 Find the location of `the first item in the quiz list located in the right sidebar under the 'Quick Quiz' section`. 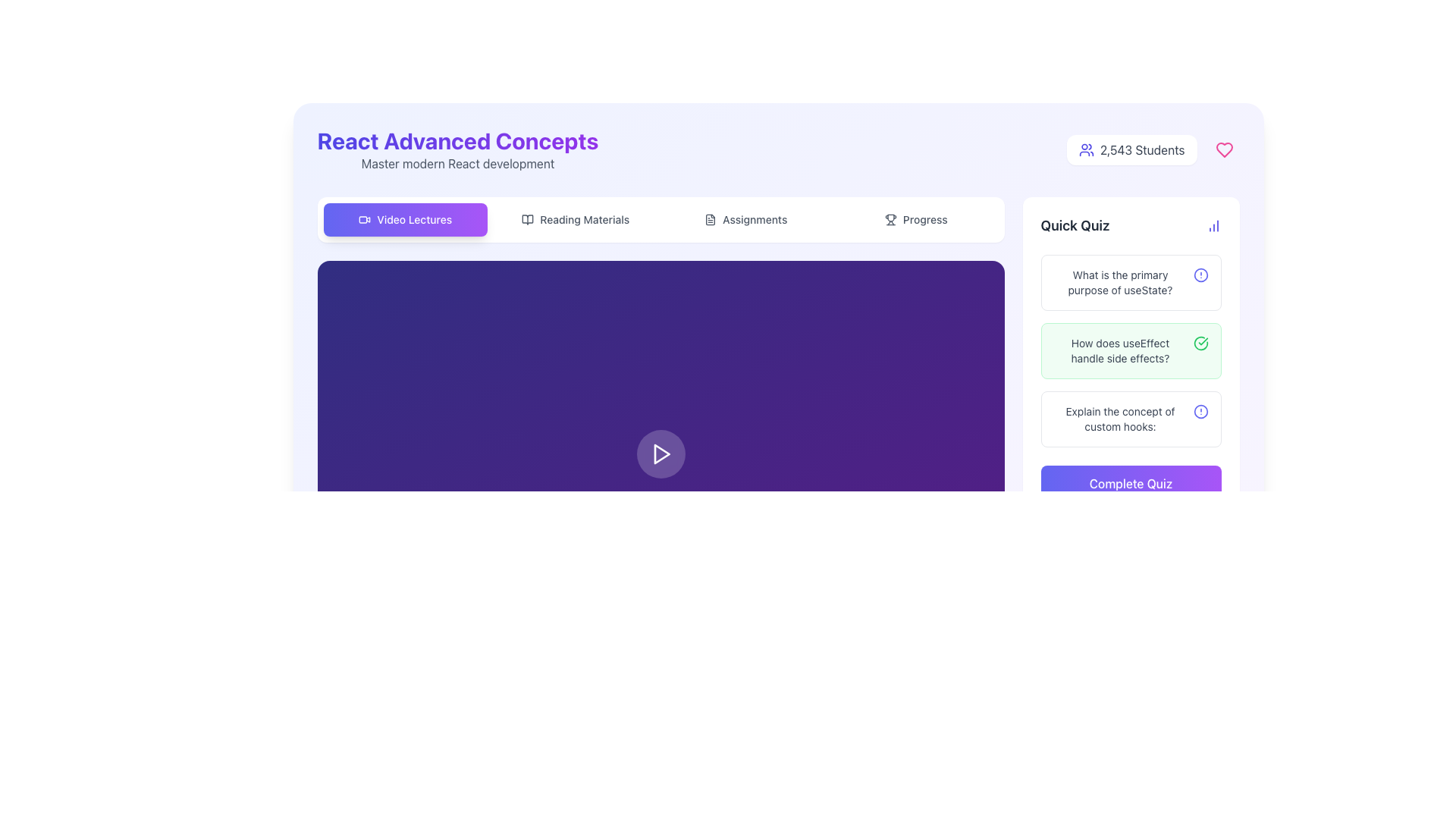

the first item in the quiz list located in the right sidebar under the 'Quick Quiz' section is located at coordinates (1131, 283).